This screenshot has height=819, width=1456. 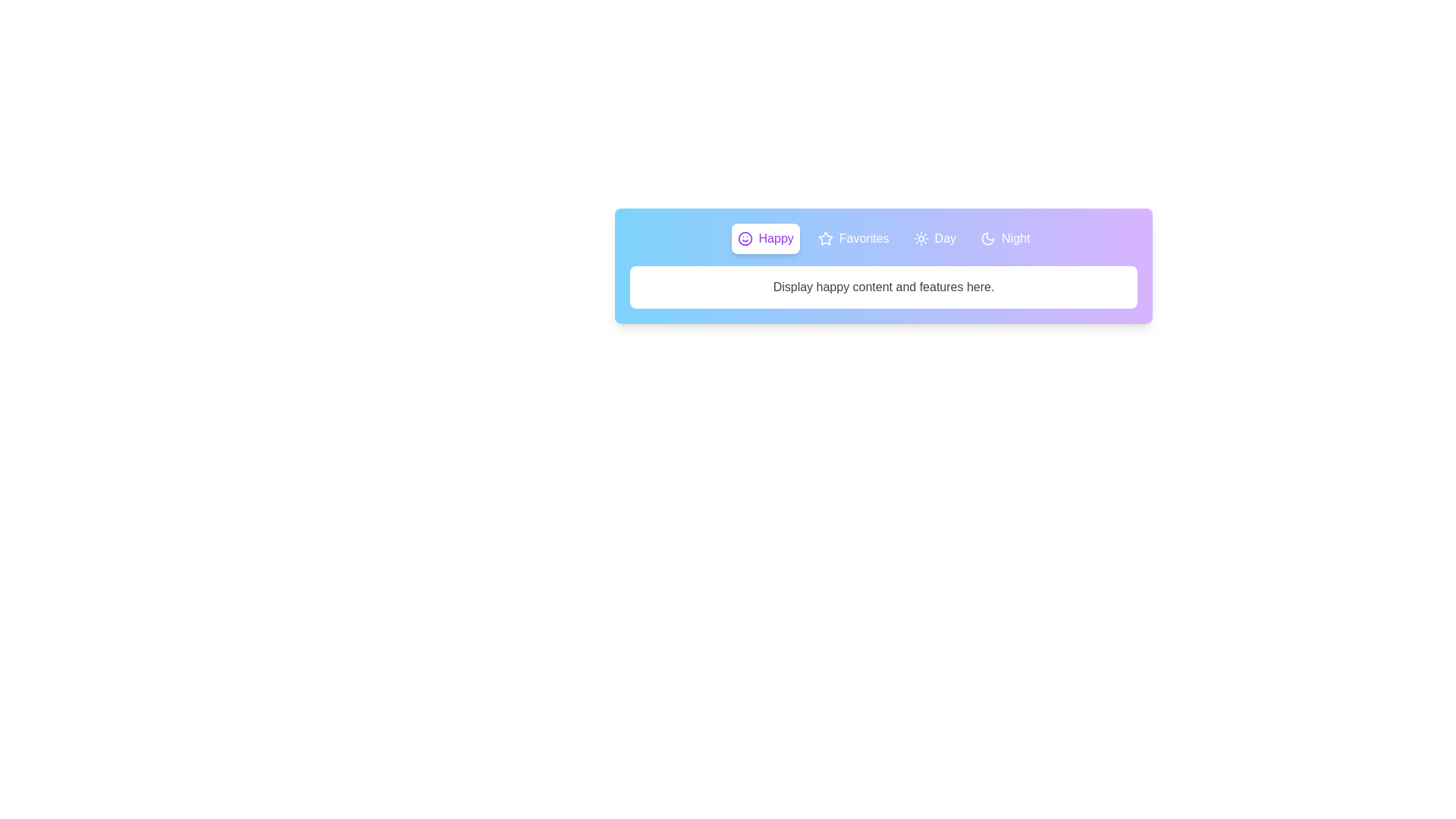 What do you see at coordinates (853, 239) in the screenshot?
I see `the Favorites tab to switch to its content` at bounding box center [853, 239].